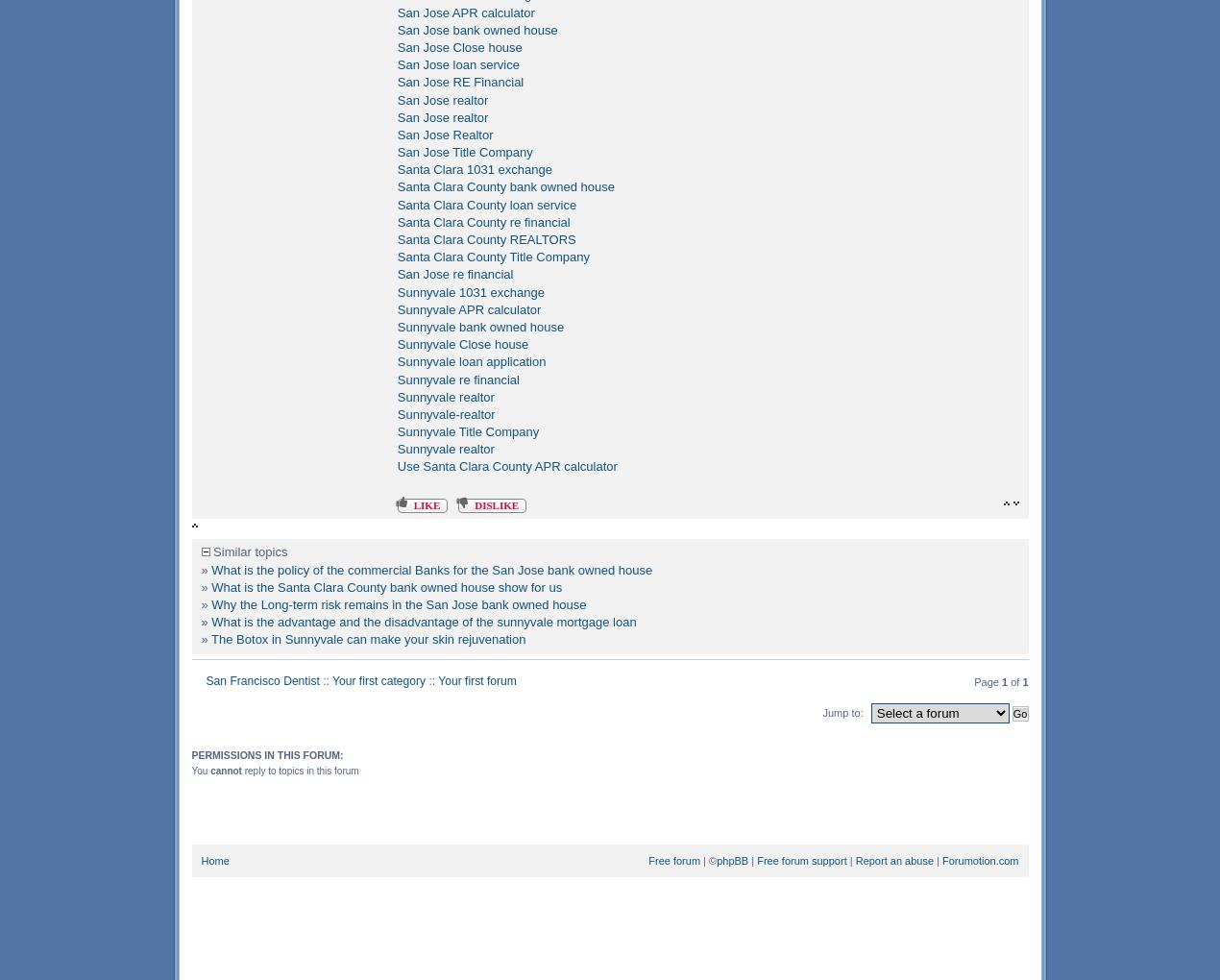 The height and width of the screenshot is (980, 1220). I want to click on 'Santa Clara County loan service', so click(486, 203).